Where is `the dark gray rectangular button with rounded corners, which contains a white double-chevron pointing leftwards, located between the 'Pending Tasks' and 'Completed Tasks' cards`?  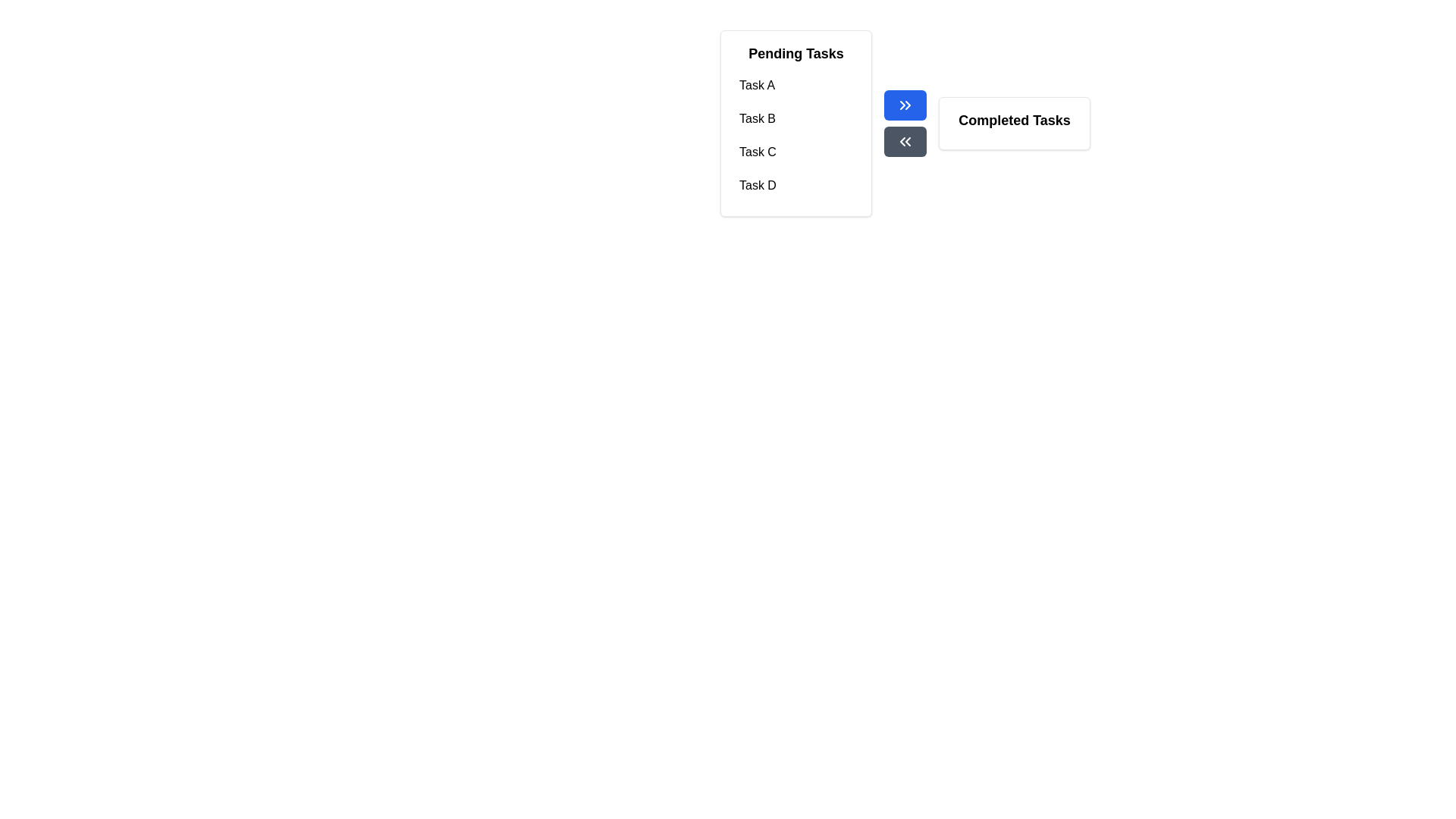
the dark gray rectangular button with rounded corners, which contains a white double-chevron pointing leftwards, located between the 'Pending Tasks' and 'Completed Tasks' cards is located at coordinates (905, 141).